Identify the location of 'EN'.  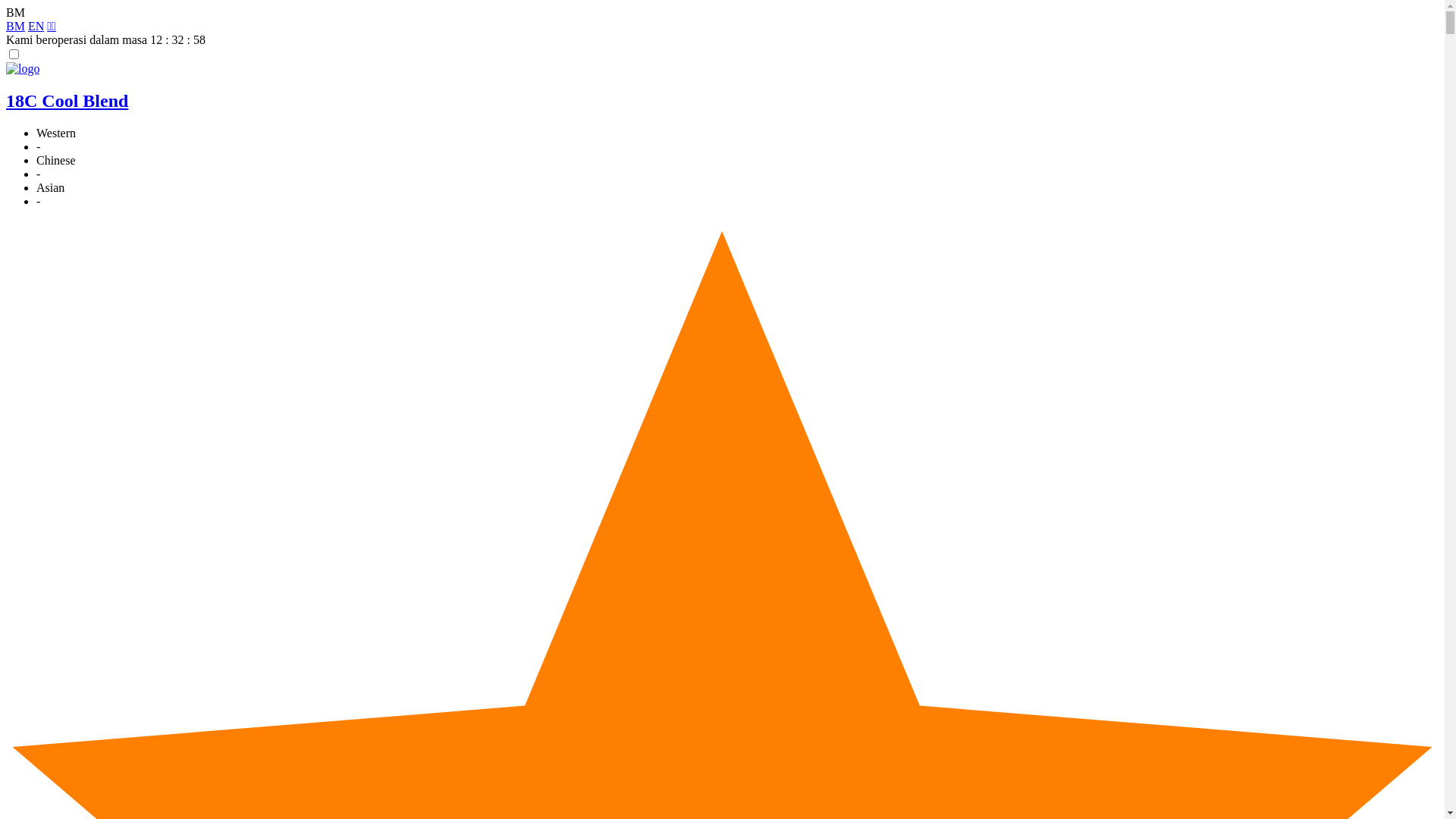
(36, 26).